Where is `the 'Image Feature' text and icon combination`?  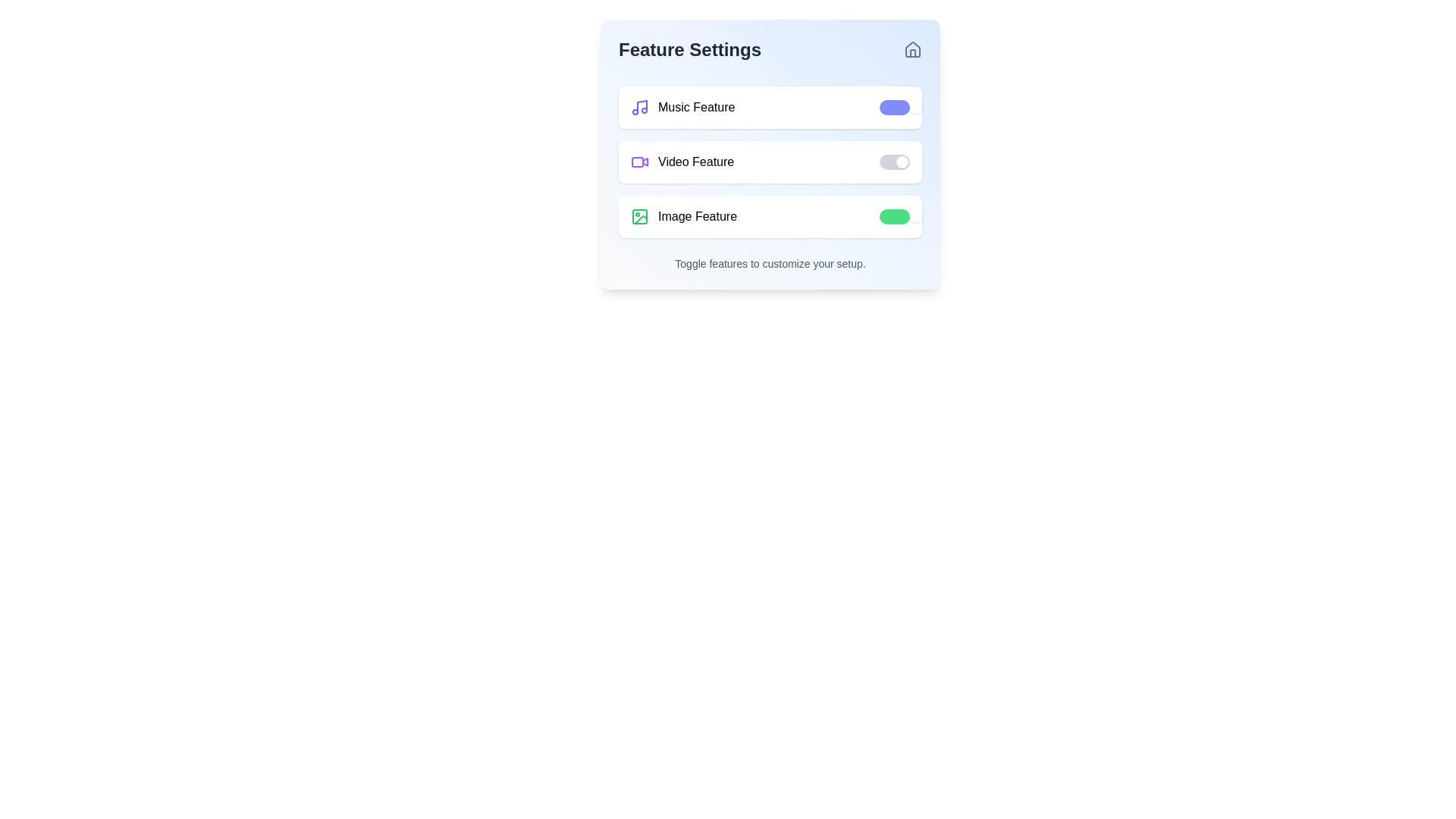
the 'Image Feature' text and icon combination is located at coordinates (683, 216).